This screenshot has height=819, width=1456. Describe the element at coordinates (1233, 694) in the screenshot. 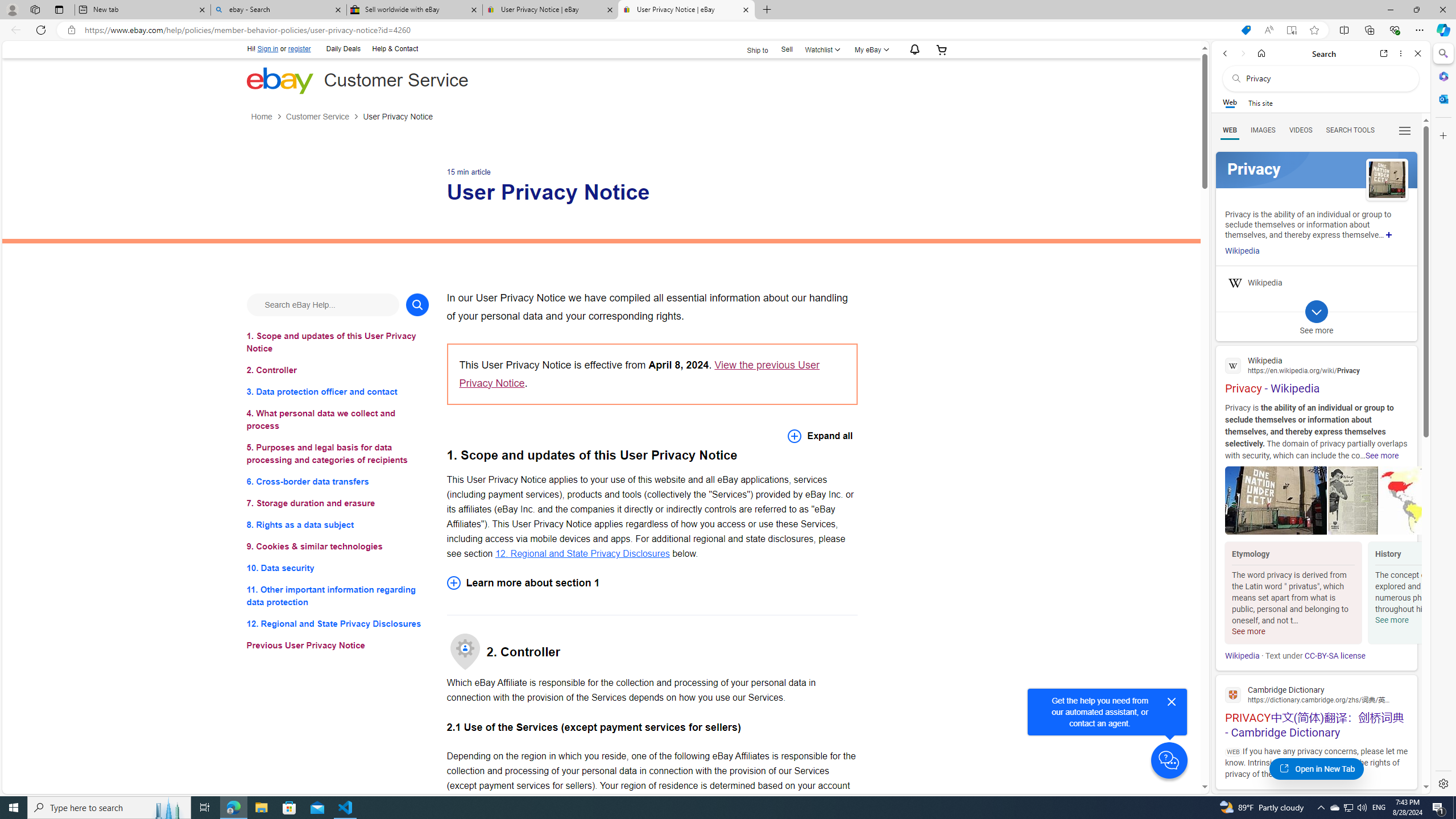

I see `'Global web icon'` at that location.